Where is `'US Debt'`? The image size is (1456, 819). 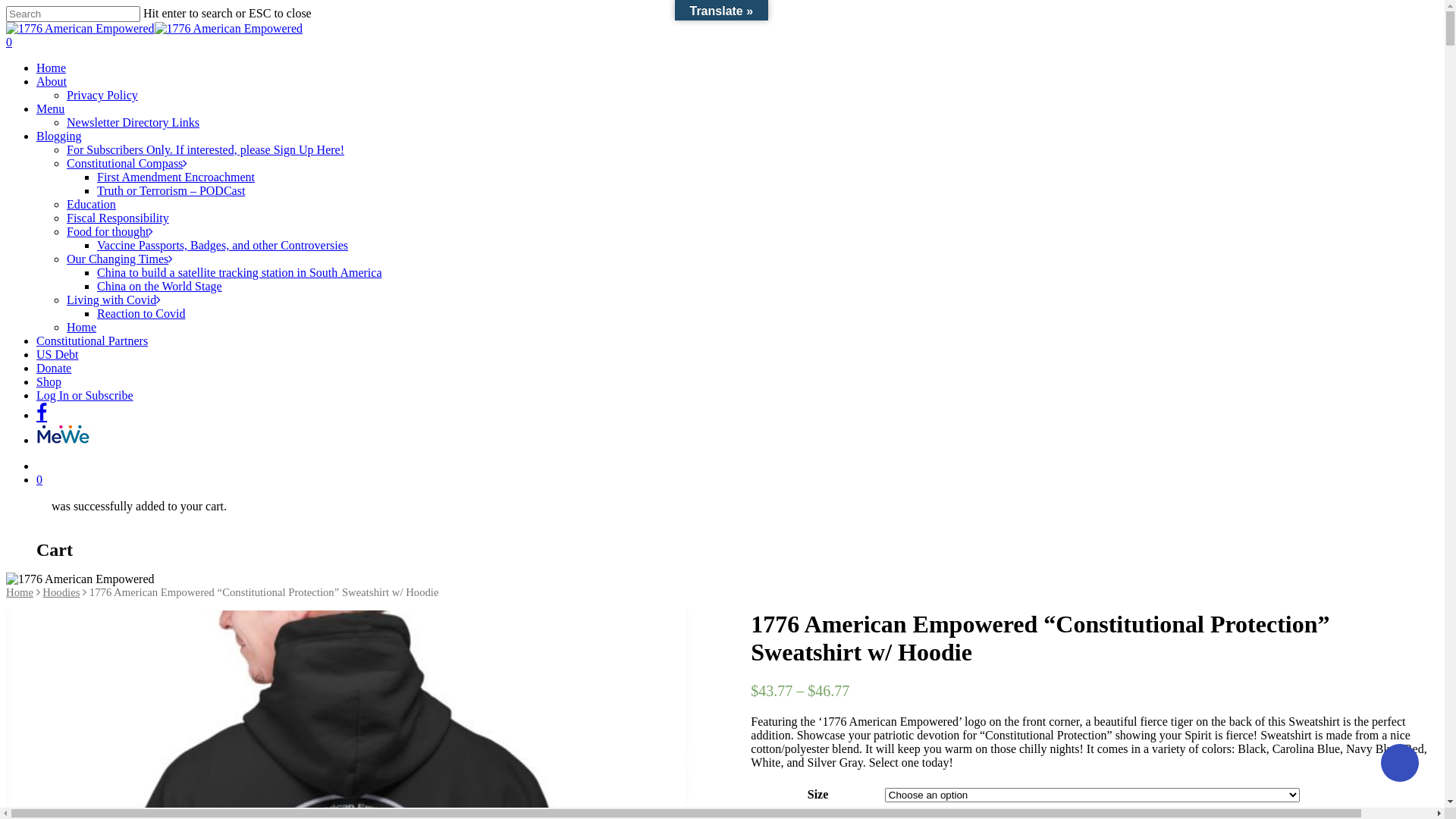
'US Debt' is located at coordinates (58, 354).